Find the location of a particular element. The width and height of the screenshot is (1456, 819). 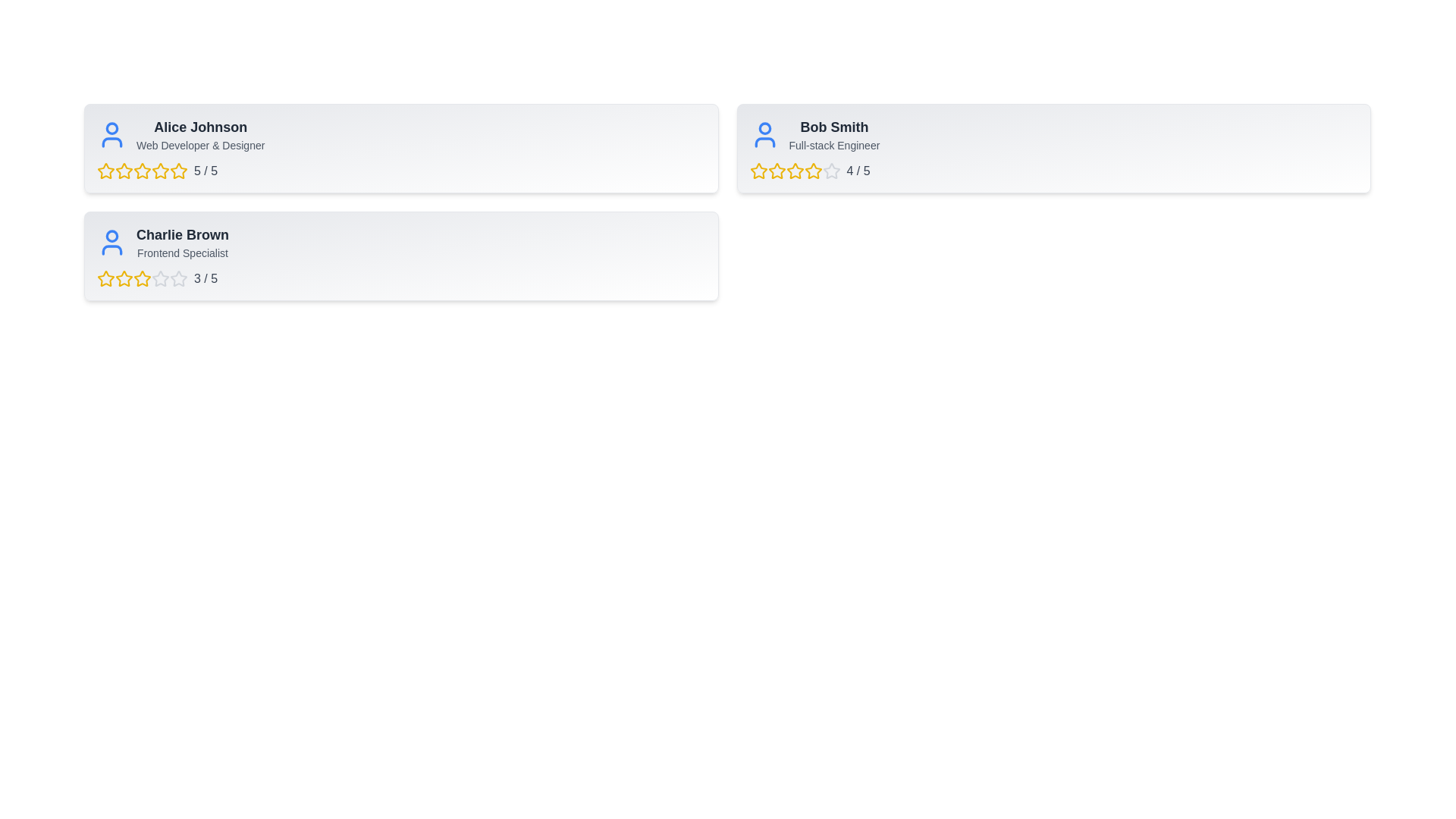

the 3 star for the user Charlie Brown to set their rating is located at coordinates (142, 278).